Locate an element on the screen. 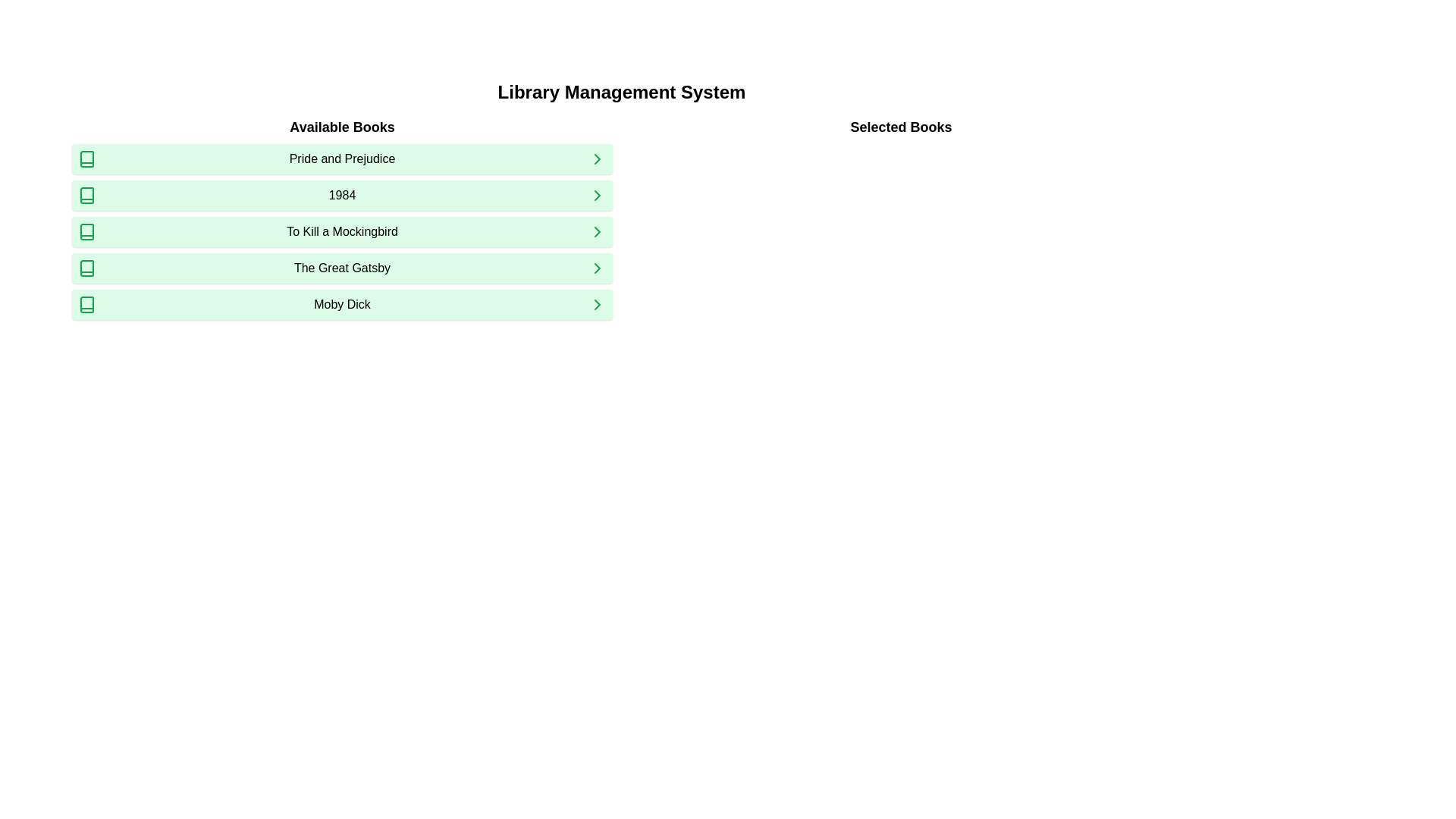 The width and height of the screenshot is (1456, 819). the visual indicator icon related to the book title 'To Kill a Mockingbird', located in the third row of the 'Available Books' list, near the left side is located at coordinates (86, 231).